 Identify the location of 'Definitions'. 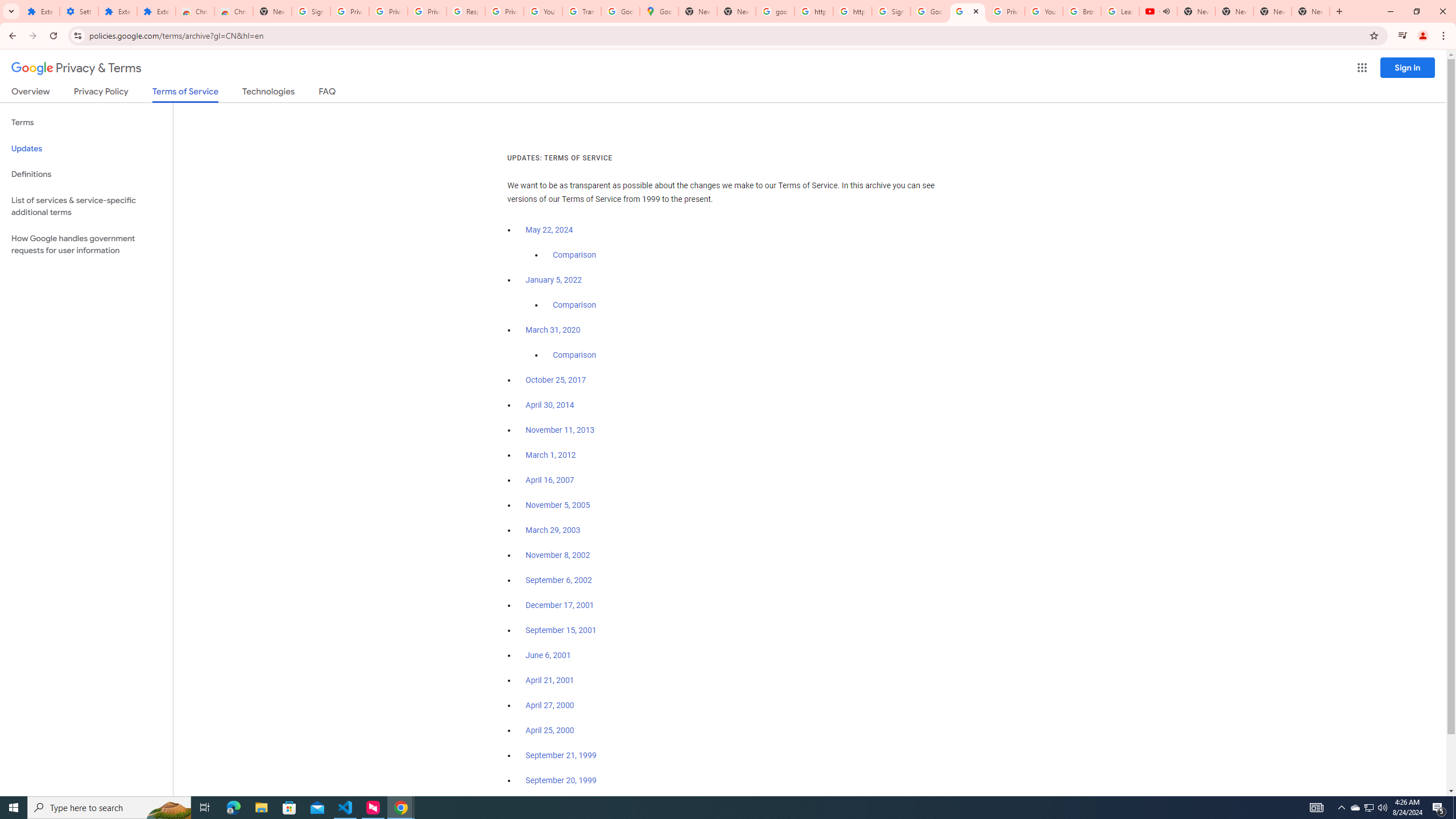
(86, 174).